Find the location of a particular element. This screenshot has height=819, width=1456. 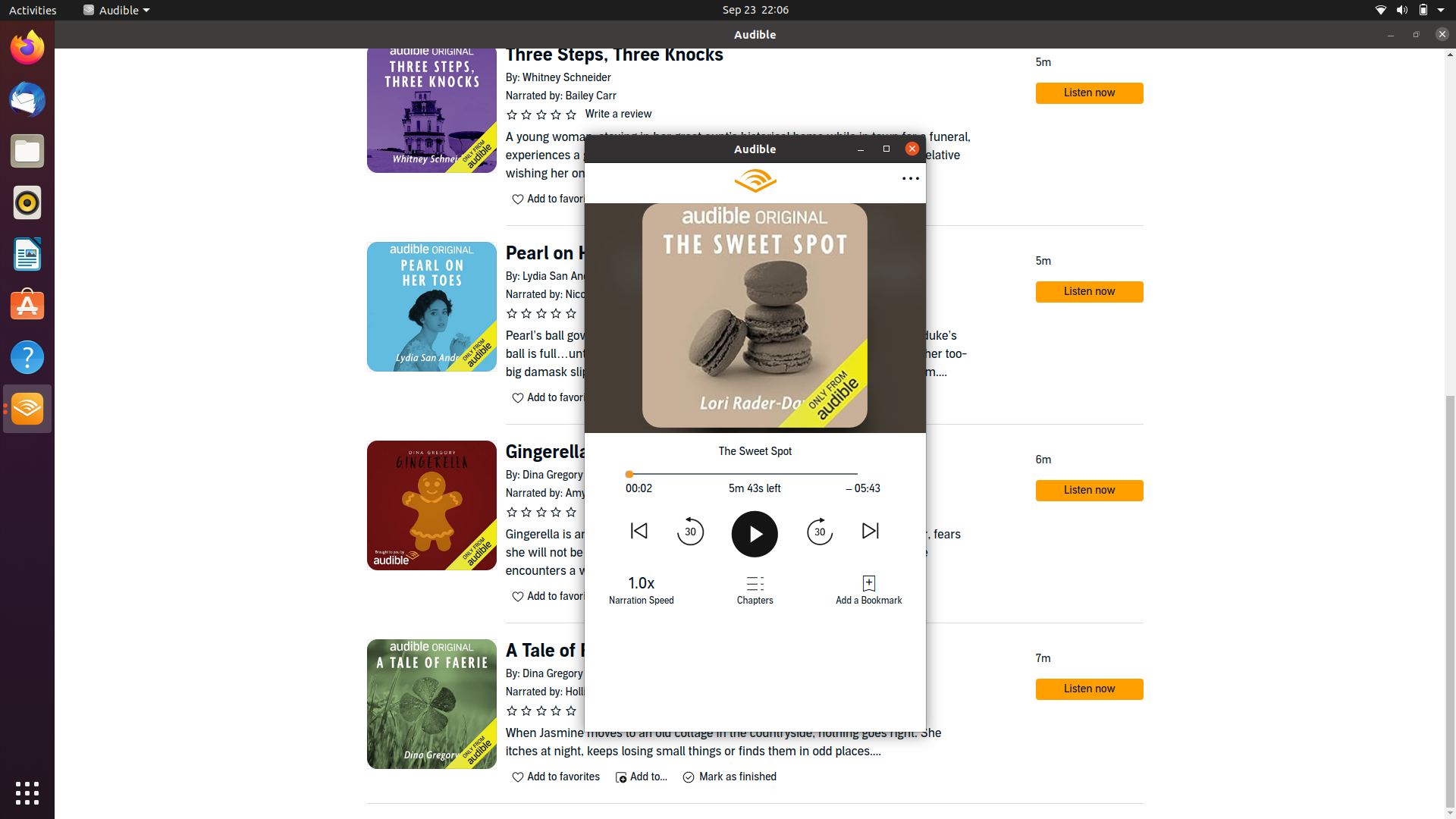

Shift the speech speed to the next possible rate is located at coordinates (642, 587).